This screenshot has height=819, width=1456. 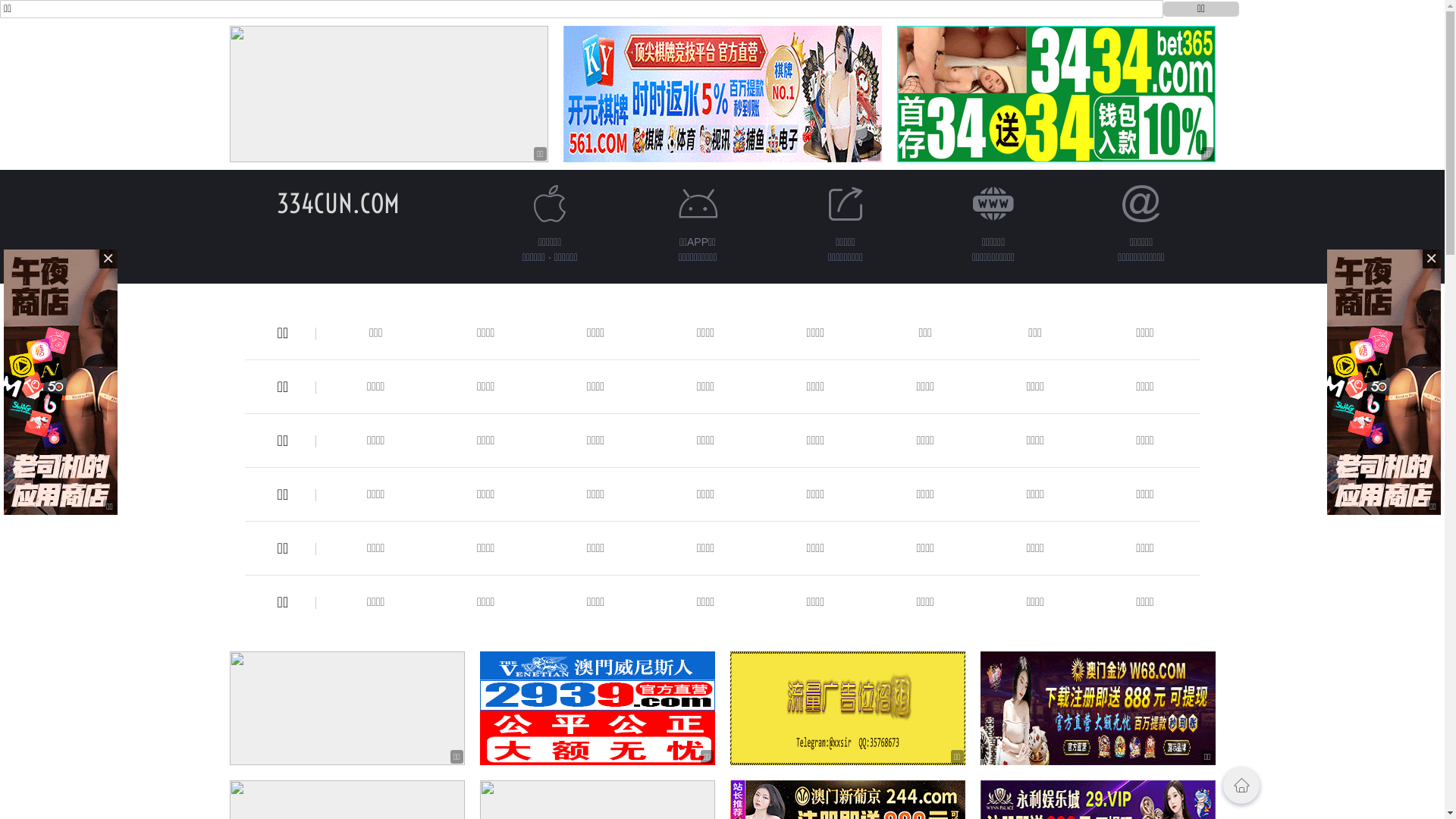 I want to click on '334CUN.COM', so click(x=337, y=202).